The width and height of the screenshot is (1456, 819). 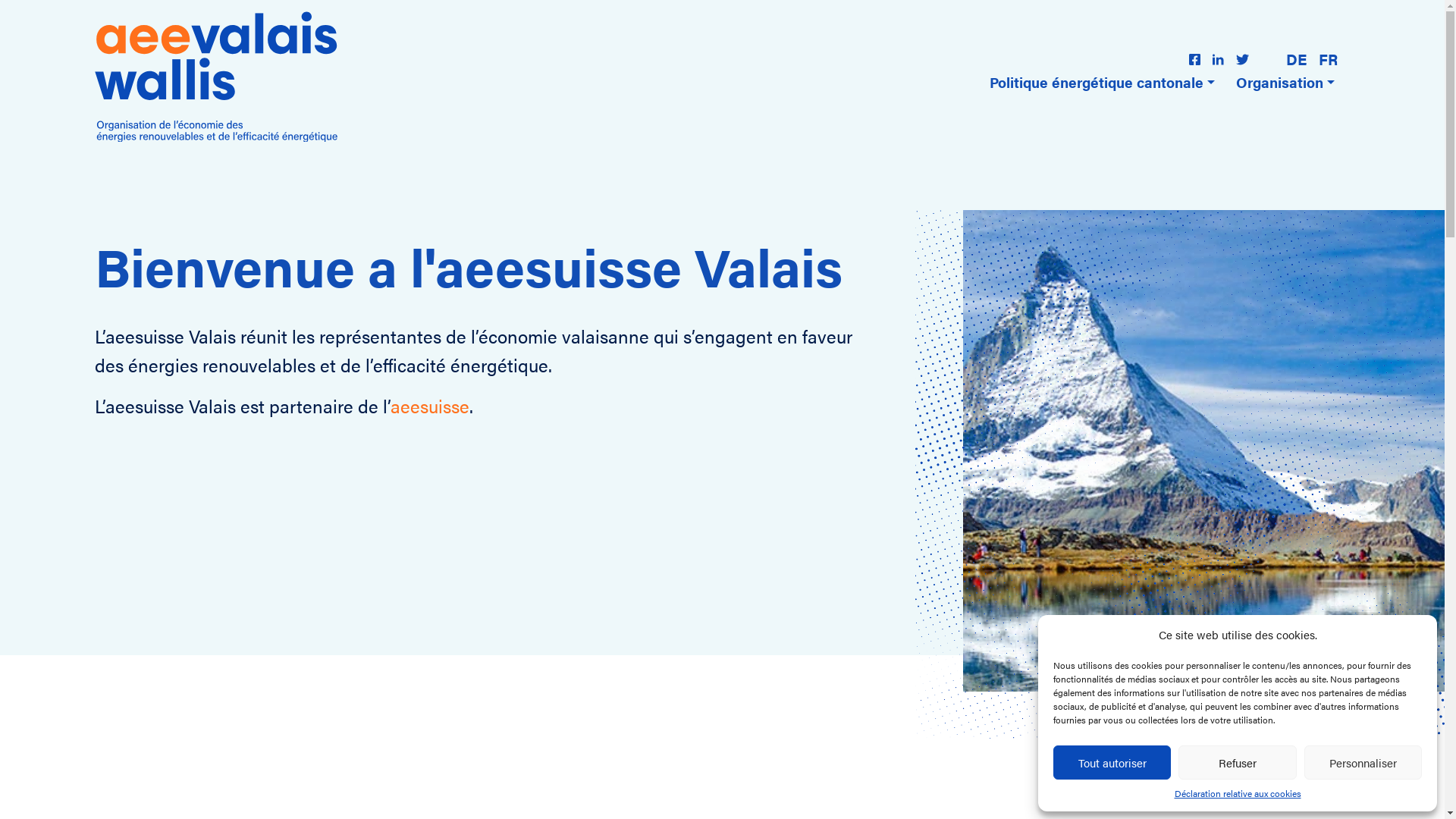 What do you see at coordinates (1112, 762) in the screenshot?
I see `'Tout autoriser'` at bounding box center [1112, 762].